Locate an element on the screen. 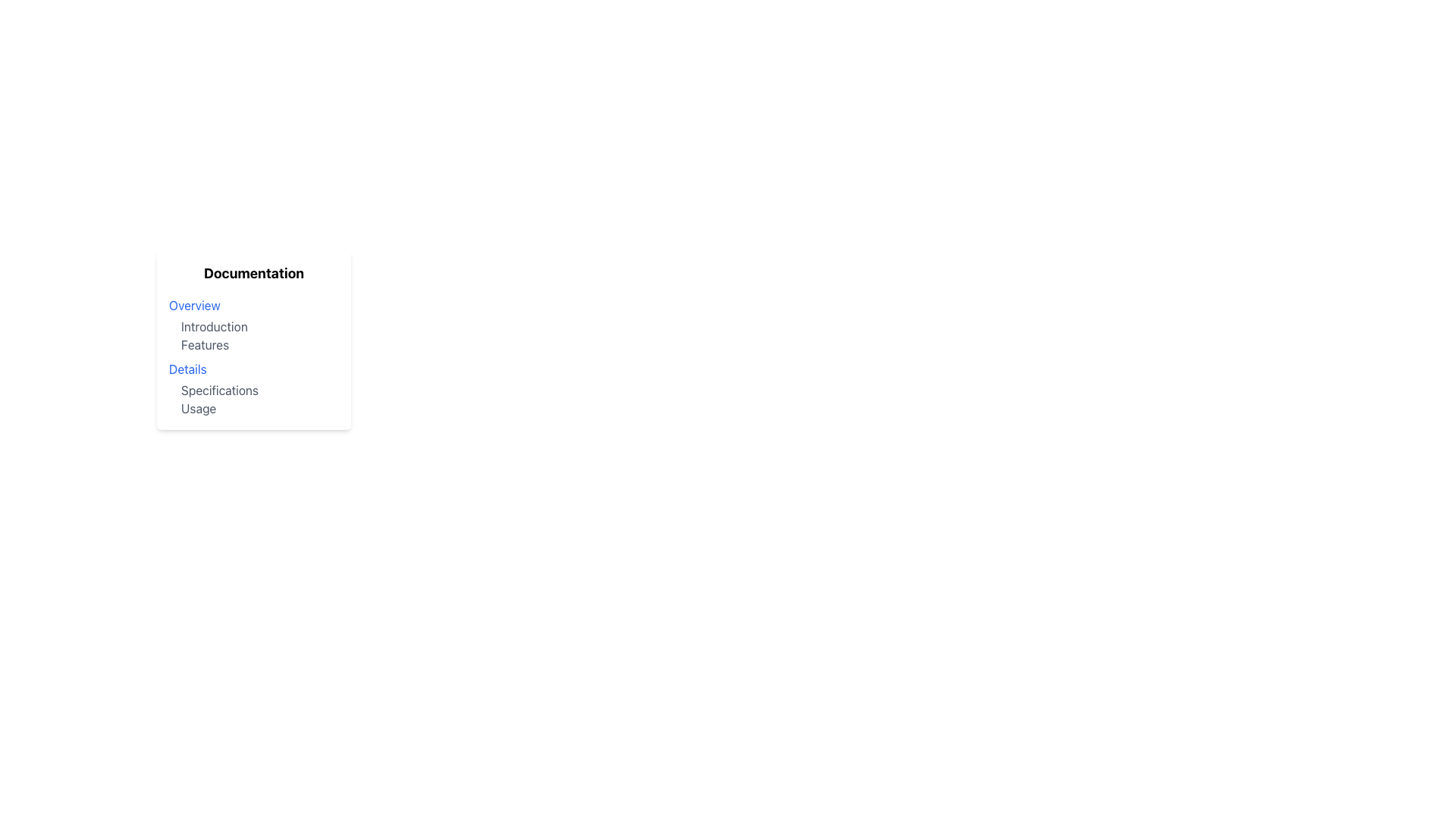  the hyperlink at the bottom of the 'Documentation' section is located at coordinates (198, 408).